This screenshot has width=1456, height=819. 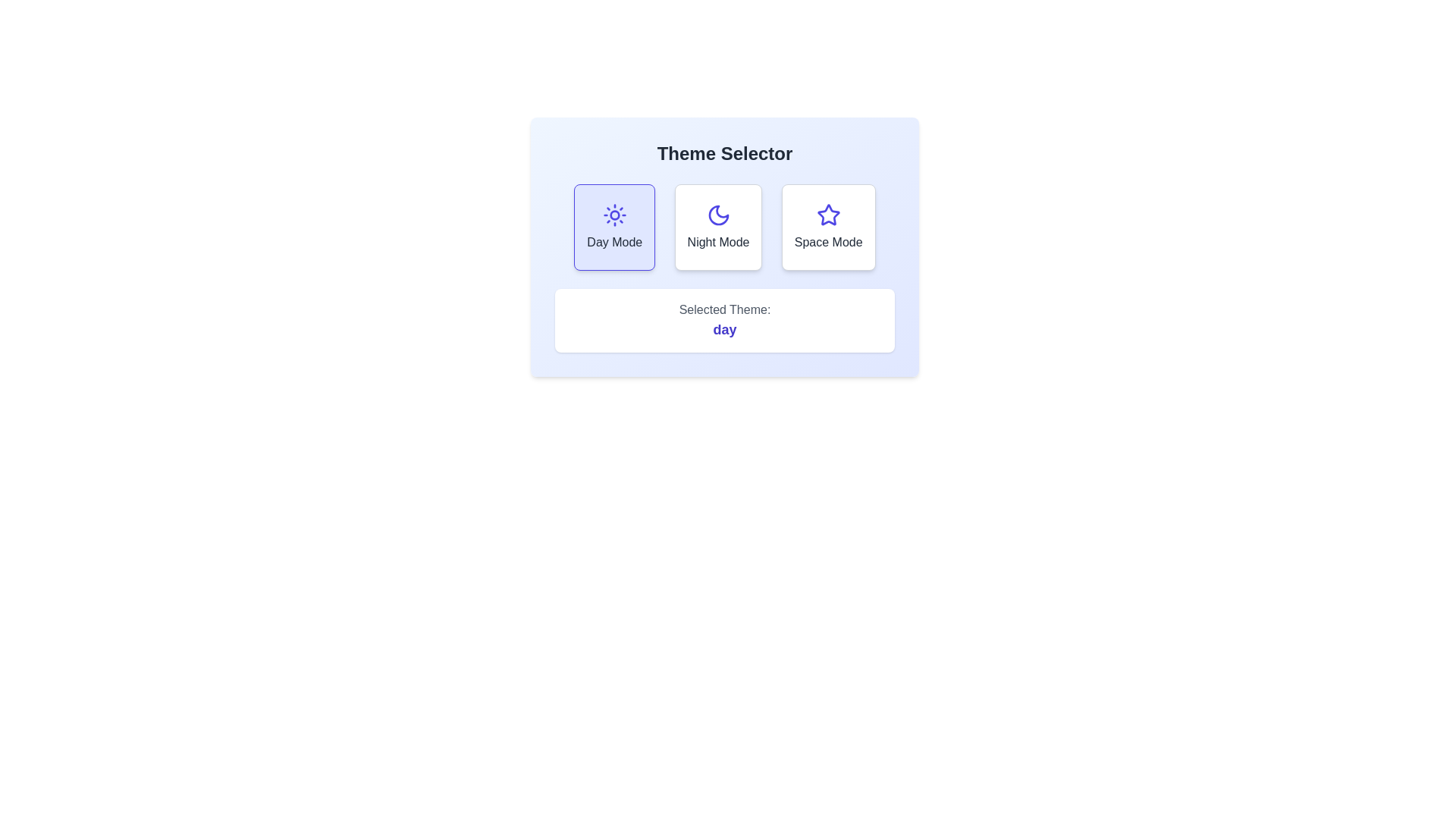 I want to click on the Night Mode button, which is the second card in the Theme Selector section, to observe potential visual feedback, so click(x=717, y=227).